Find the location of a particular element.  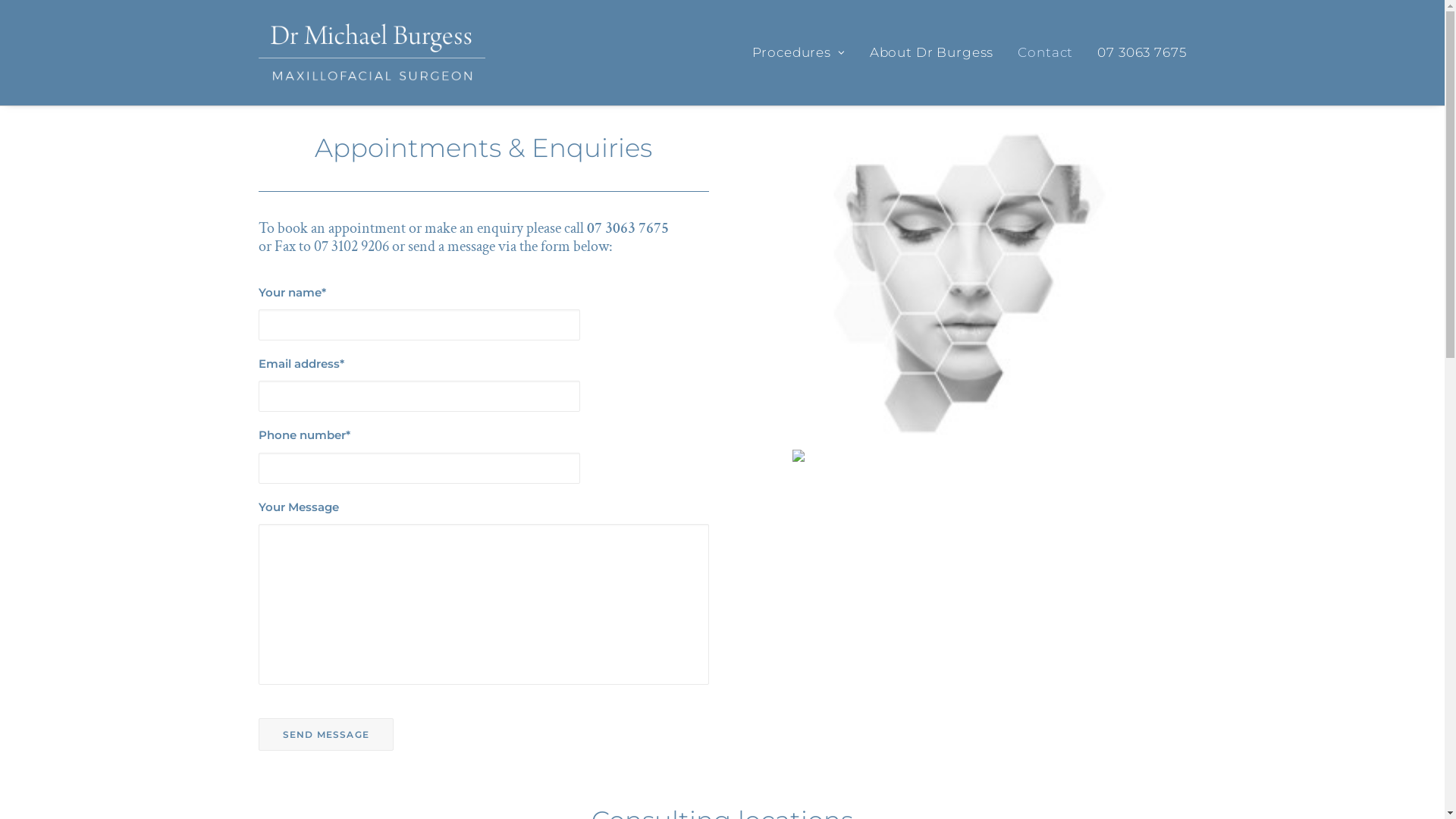

'About Dr Burgess' is located at coordinates (858, 52).